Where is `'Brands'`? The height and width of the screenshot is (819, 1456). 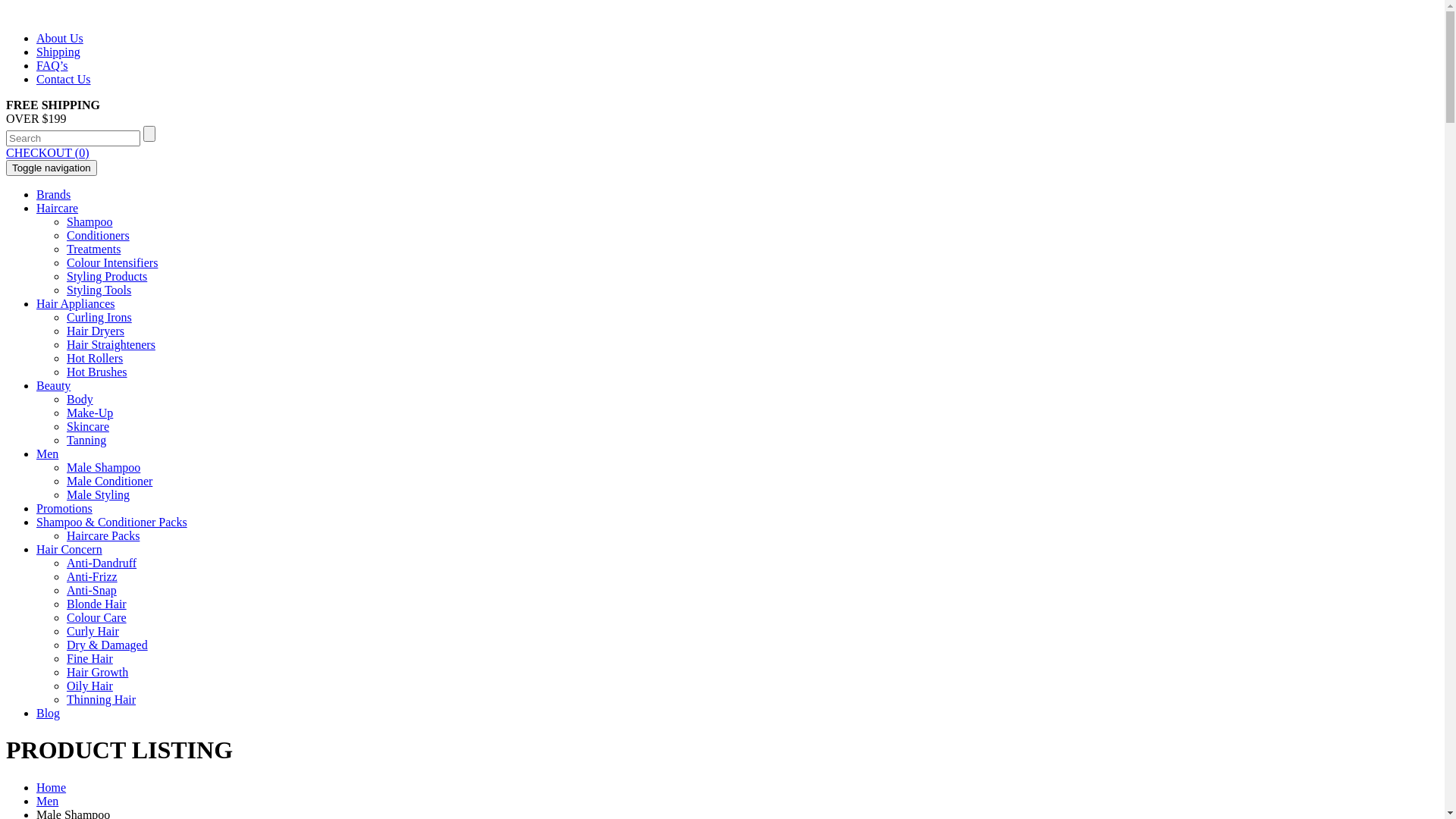 'Brands' is located at coordinates (53, 193).